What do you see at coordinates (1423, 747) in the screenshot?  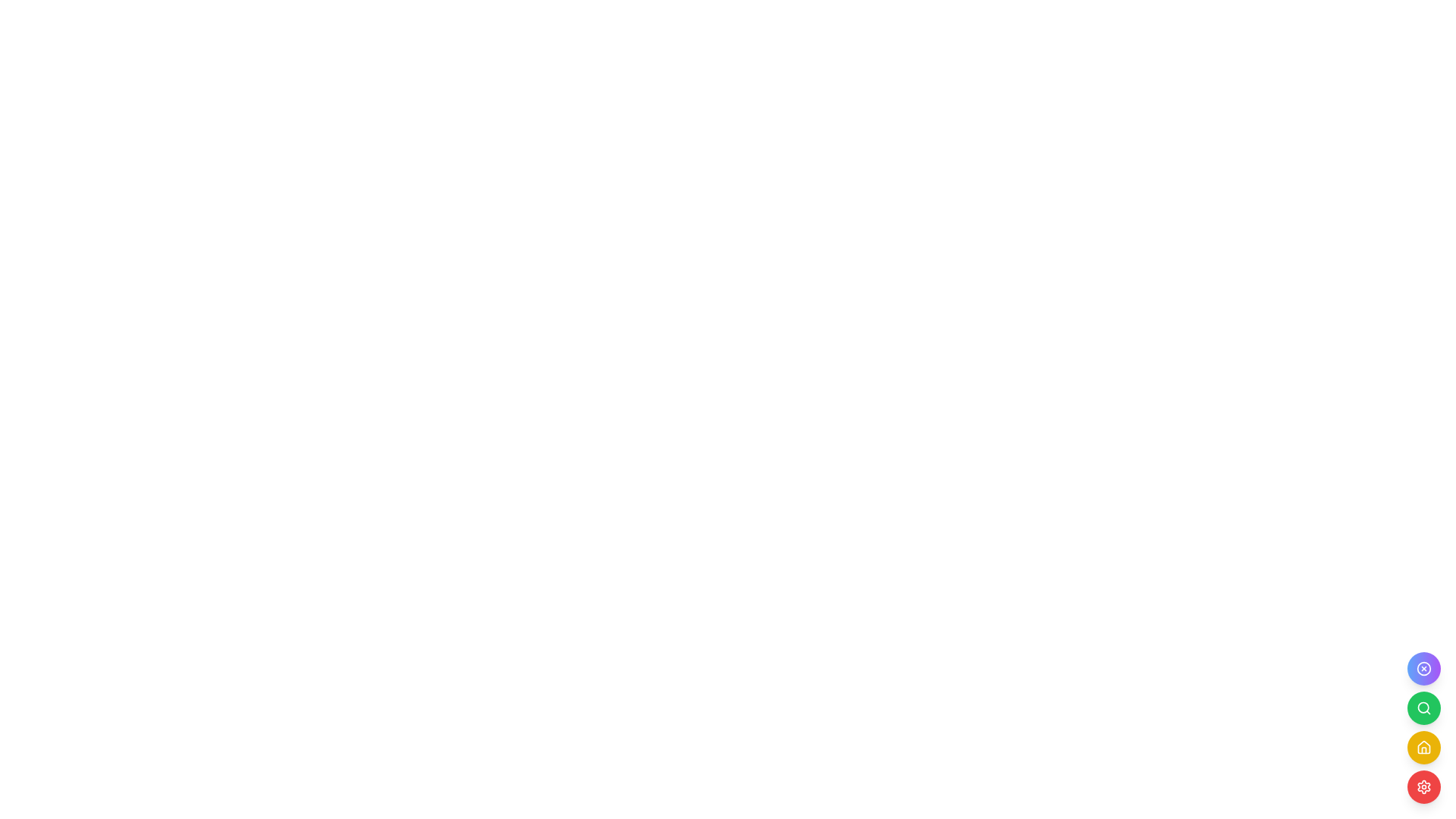 I see `the button that displays a house outline with a yellow background, located within the third button from the top in a vertical stack on the right side of the interface's lower portion` at bounding box center [1423, 747].